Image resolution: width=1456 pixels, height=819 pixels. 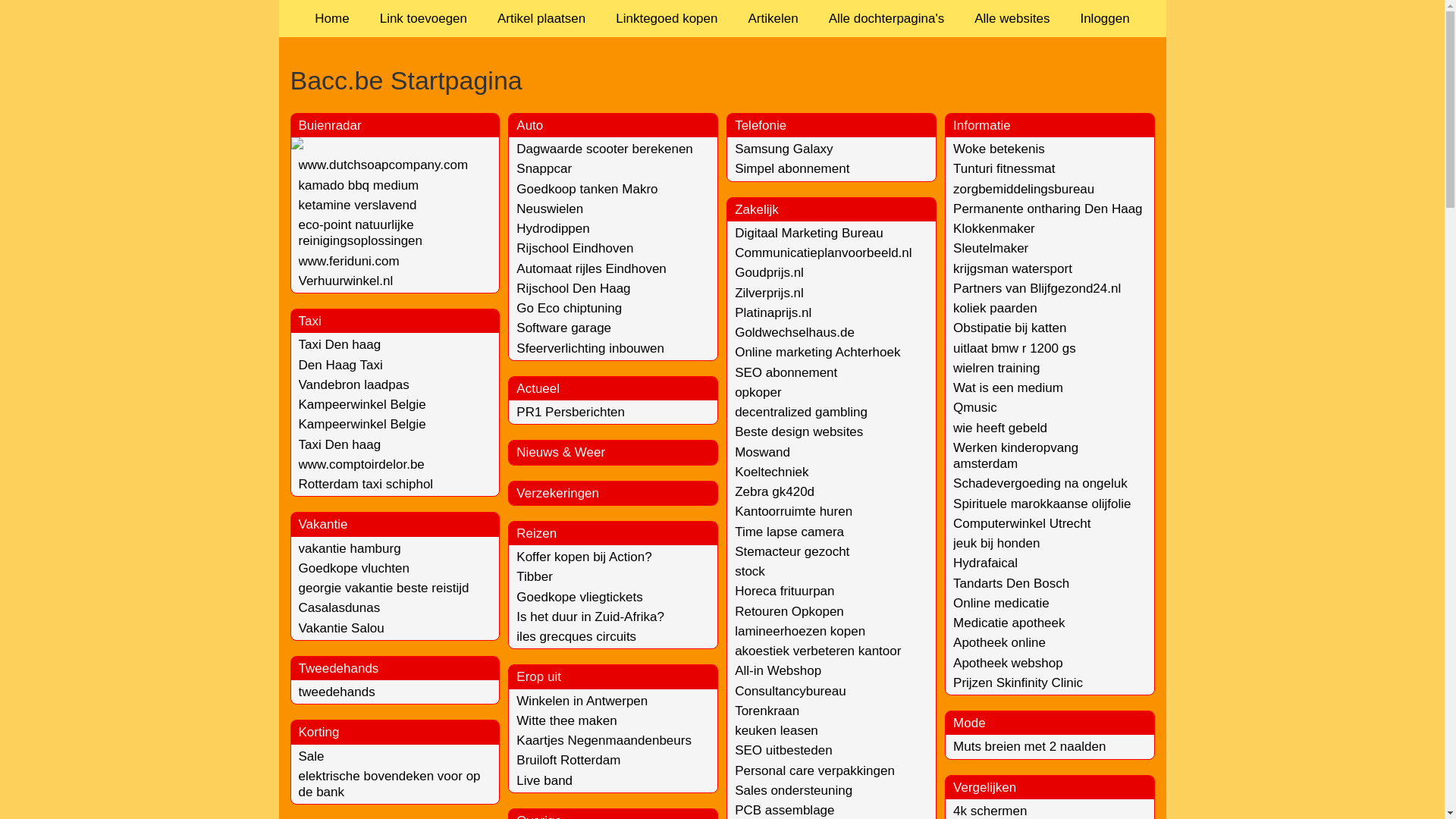 What do you see at coordinates (975, 406) in the screenshot?
I see `'Qmusic'` at bounding box center [975, 406].